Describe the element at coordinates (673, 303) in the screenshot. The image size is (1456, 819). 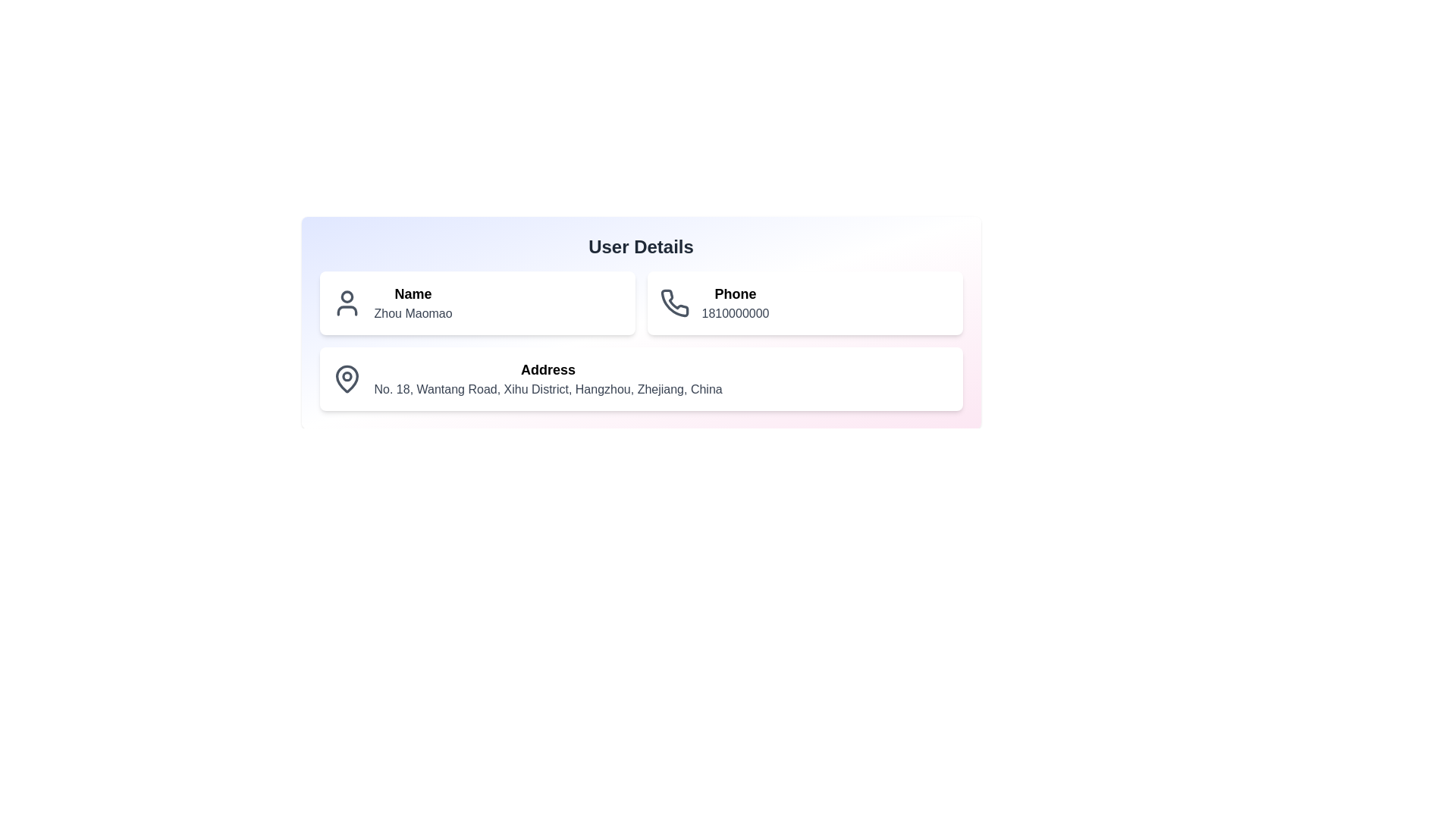
I see `the telephone receiver icon in the user contact information section, which is dark gray and located at the top center of the card displaying user phone information` at that location.